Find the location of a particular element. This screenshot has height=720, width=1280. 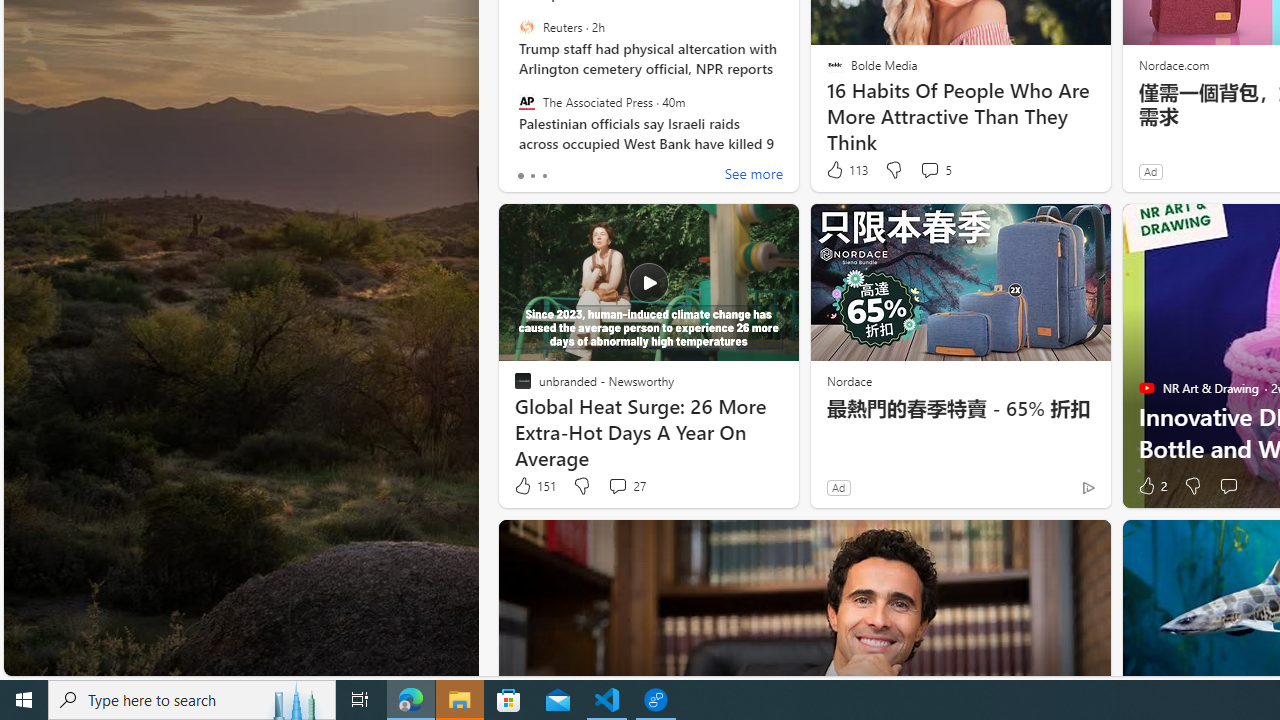

'Start the conversation' is located at coordinates (1227, 486).